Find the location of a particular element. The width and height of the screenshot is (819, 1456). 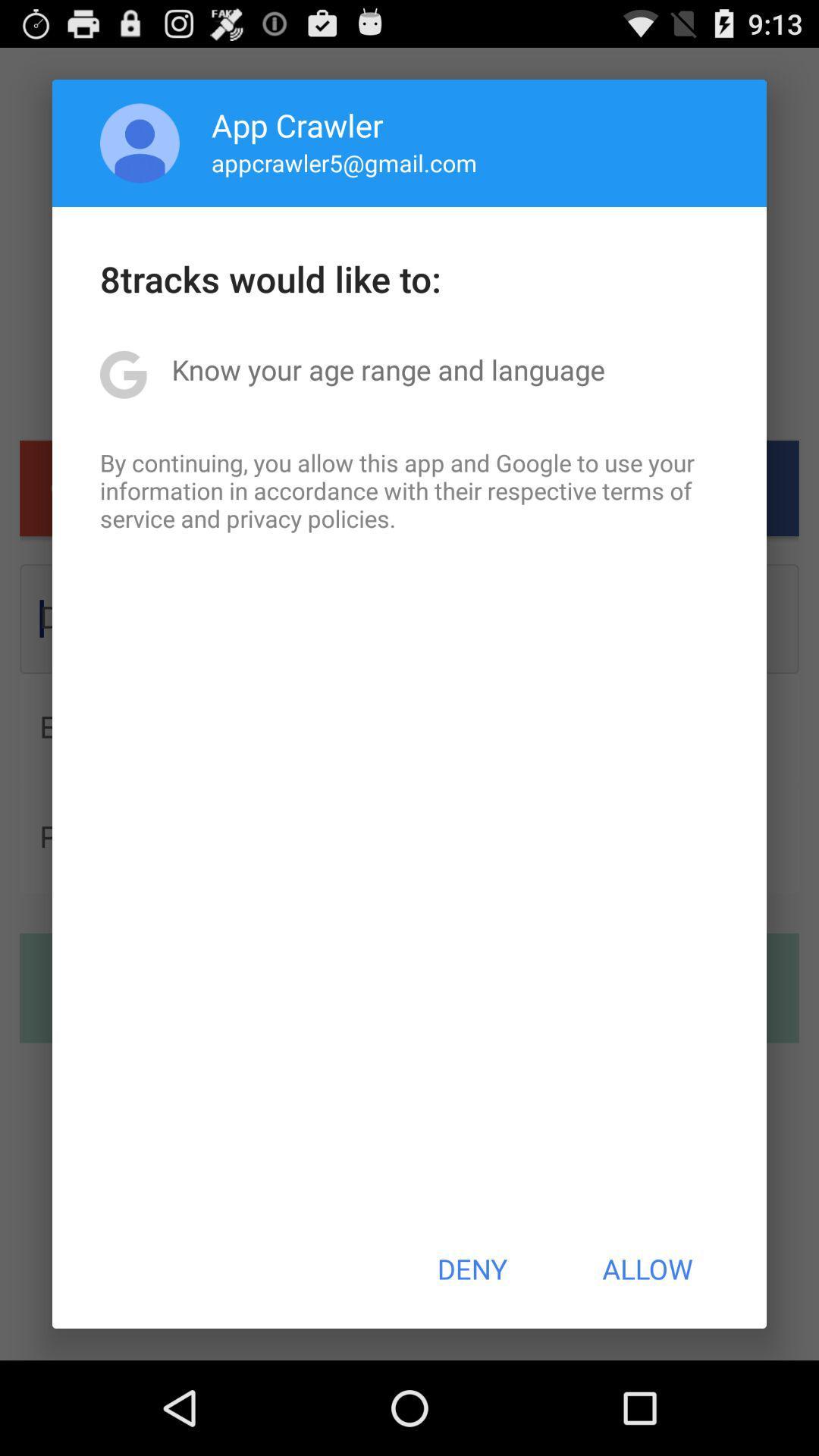

the app above the appcrawler5@gmail.com is located at coordinates (297, 124).